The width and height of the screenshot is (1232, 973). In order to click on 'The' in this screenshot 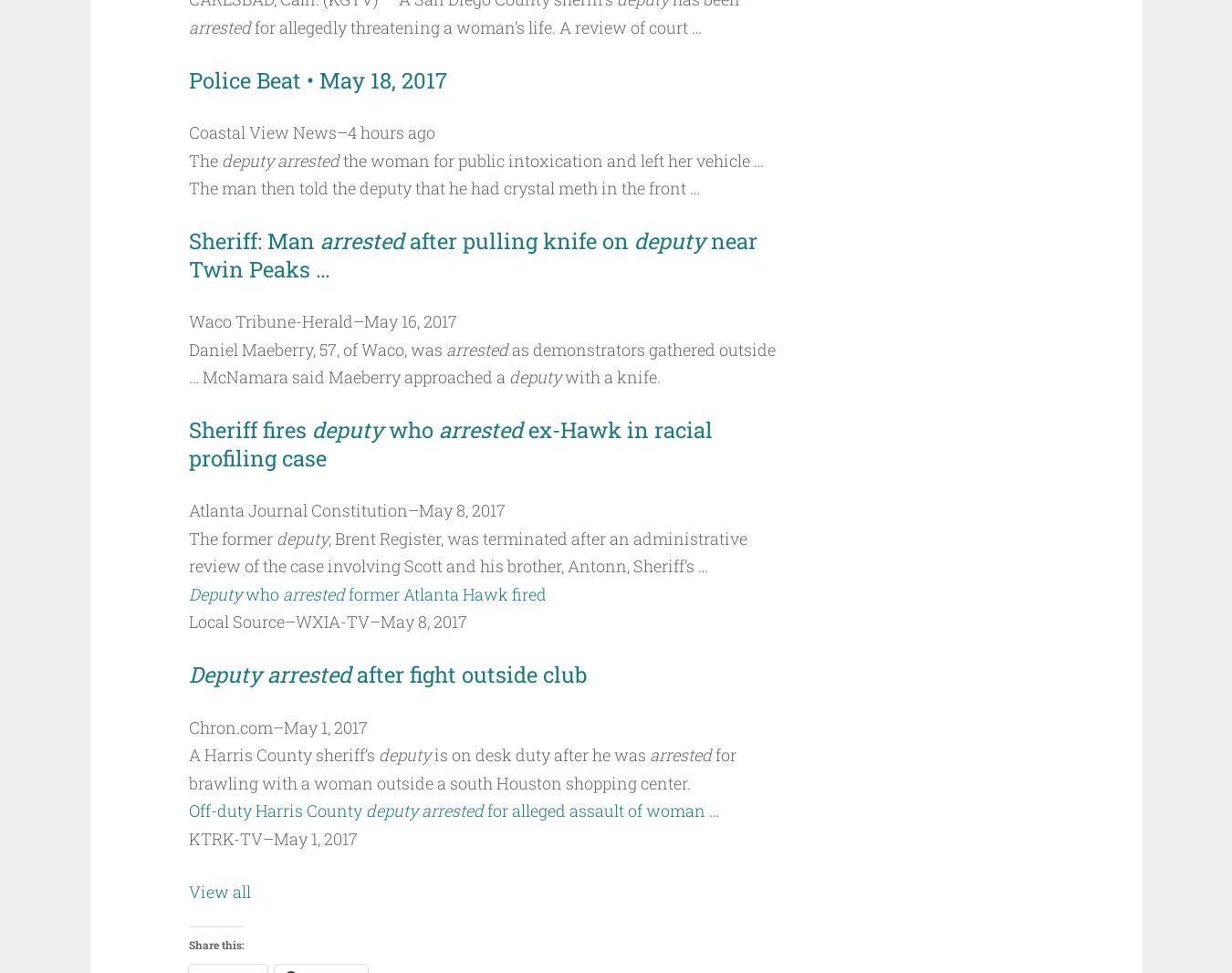, I will do `click(204, 159)`.